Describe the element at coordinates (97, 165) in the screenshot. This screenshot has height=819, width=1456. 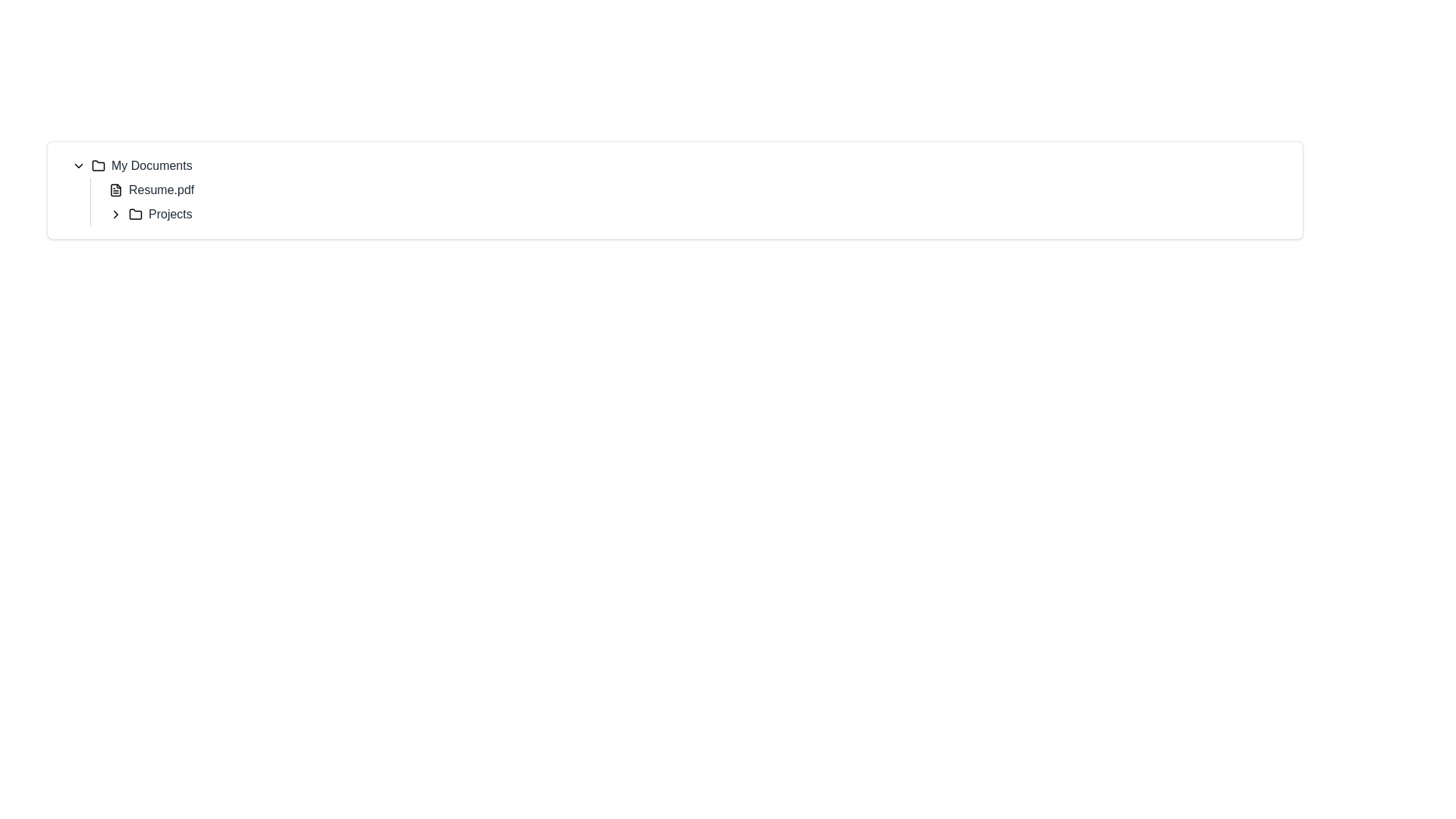
I see `the folder icon located in the top-left corner of the file list, preceding the text label 'My Documents'` at that location.